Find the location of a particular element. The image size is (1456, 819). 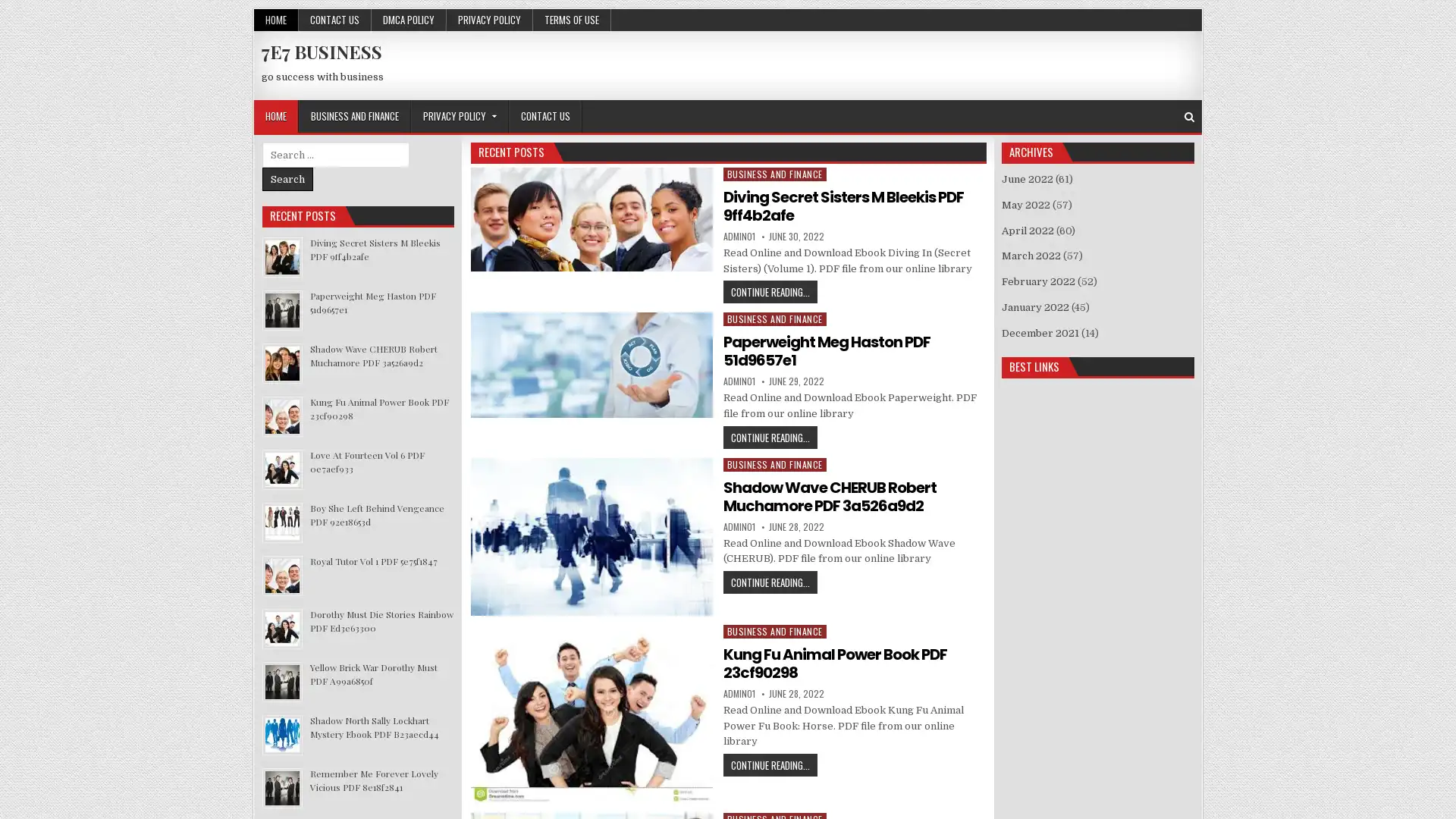

Search is located at coordinates (287, 178).